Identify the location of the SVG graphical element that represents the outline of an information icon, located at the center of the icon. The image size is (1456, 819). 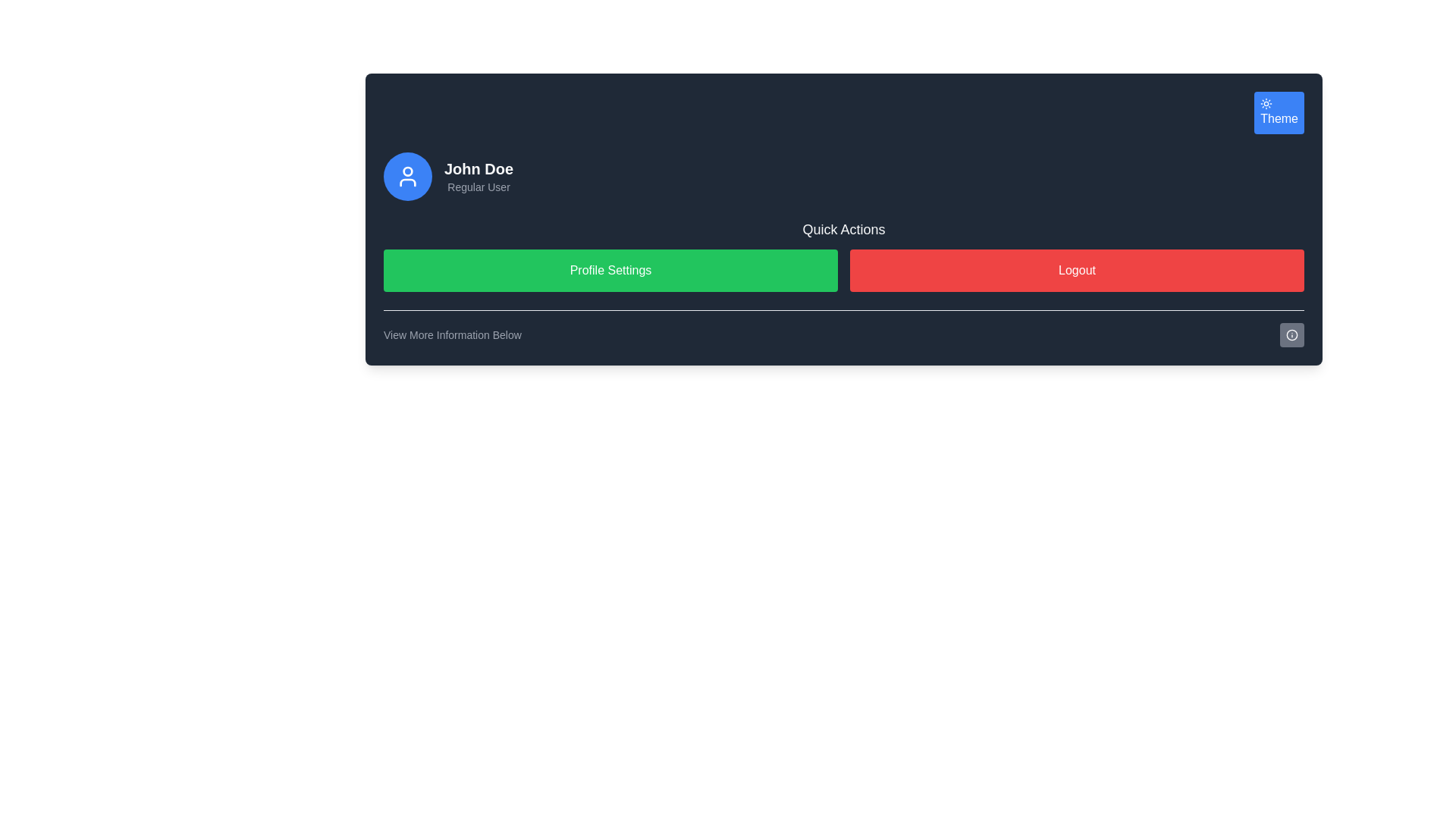
(1291, 334).